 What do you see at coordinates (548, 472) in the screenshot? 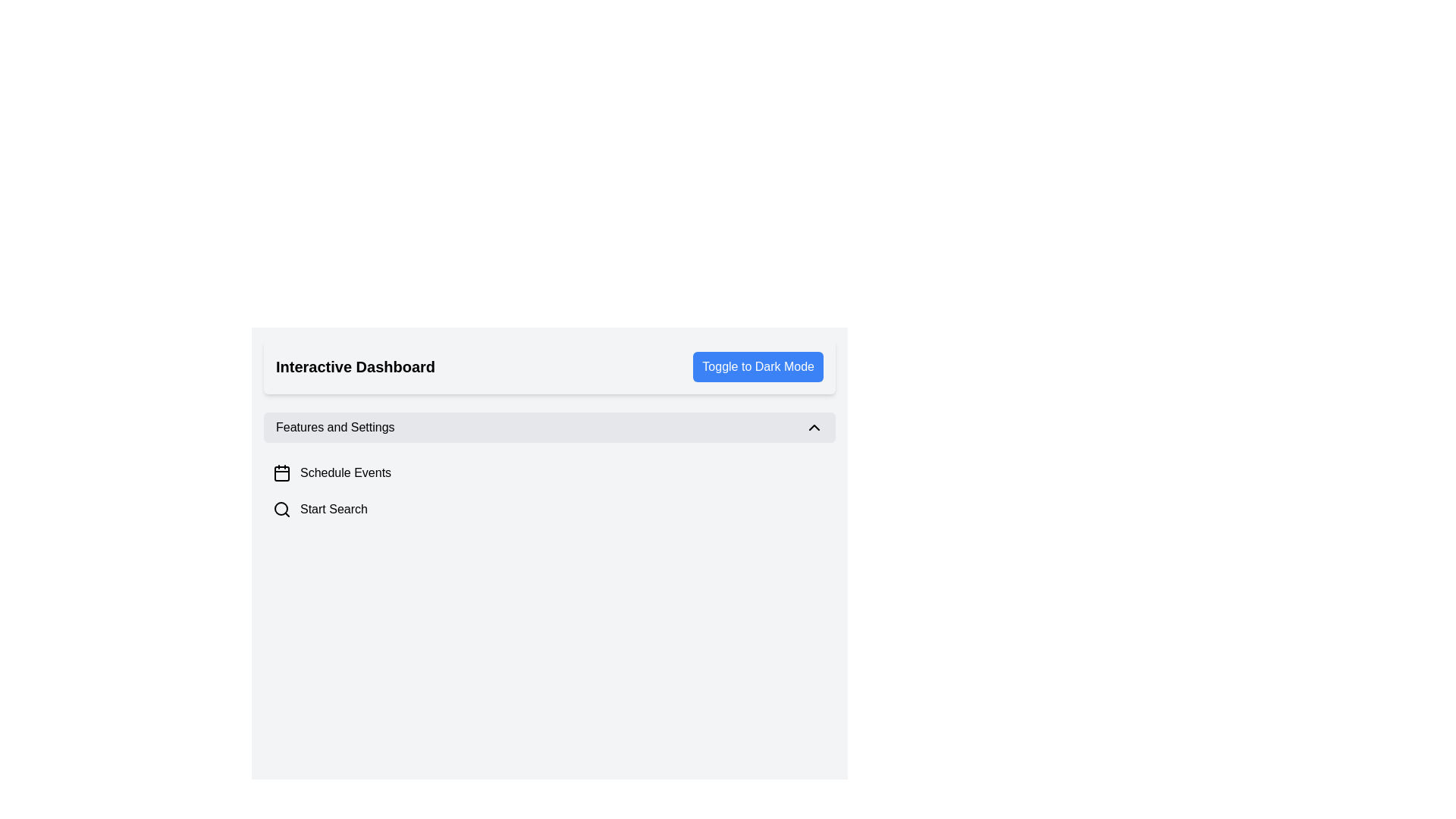
I see `the scheduling button, which is the first button in a pair of similar buttons` at bounding box center [548, 472].